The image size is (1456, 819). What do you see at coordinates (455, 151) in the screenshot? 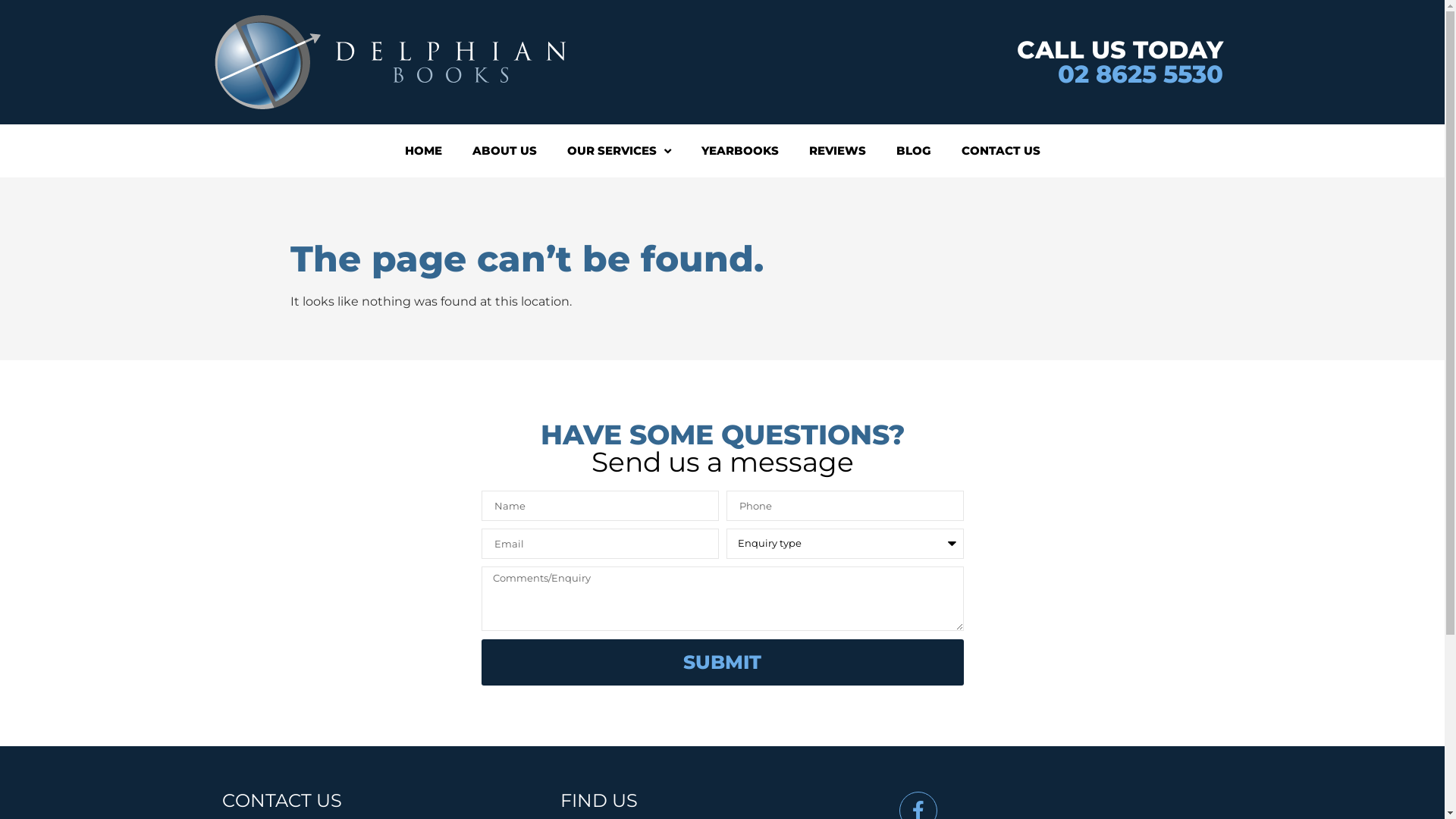
I see `'ABOUT US'` at bounding box center [455, 151].